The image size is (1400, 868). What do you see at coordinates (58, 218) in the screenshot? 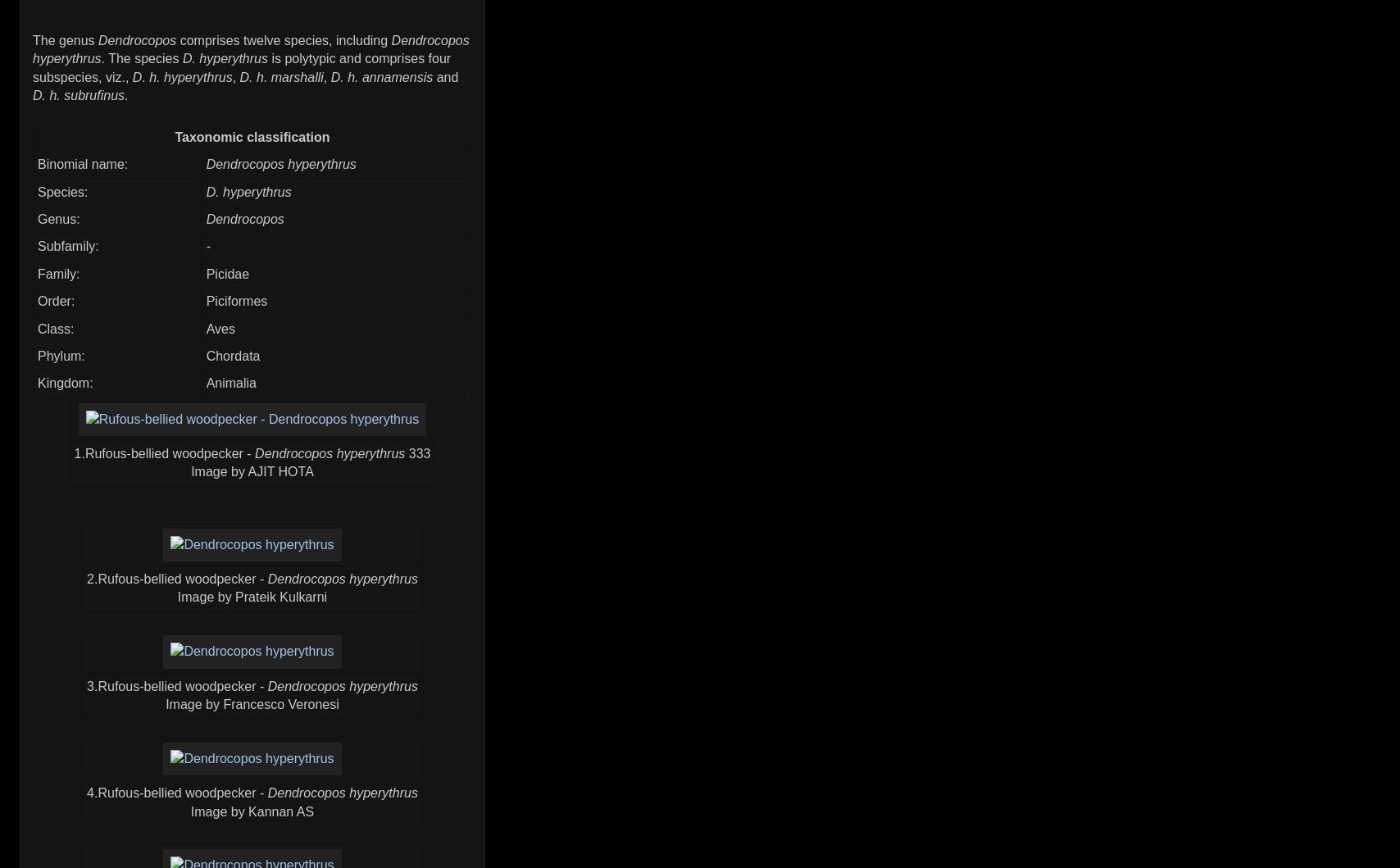
I see `'Genus:'` at bounding box center [58, 218].